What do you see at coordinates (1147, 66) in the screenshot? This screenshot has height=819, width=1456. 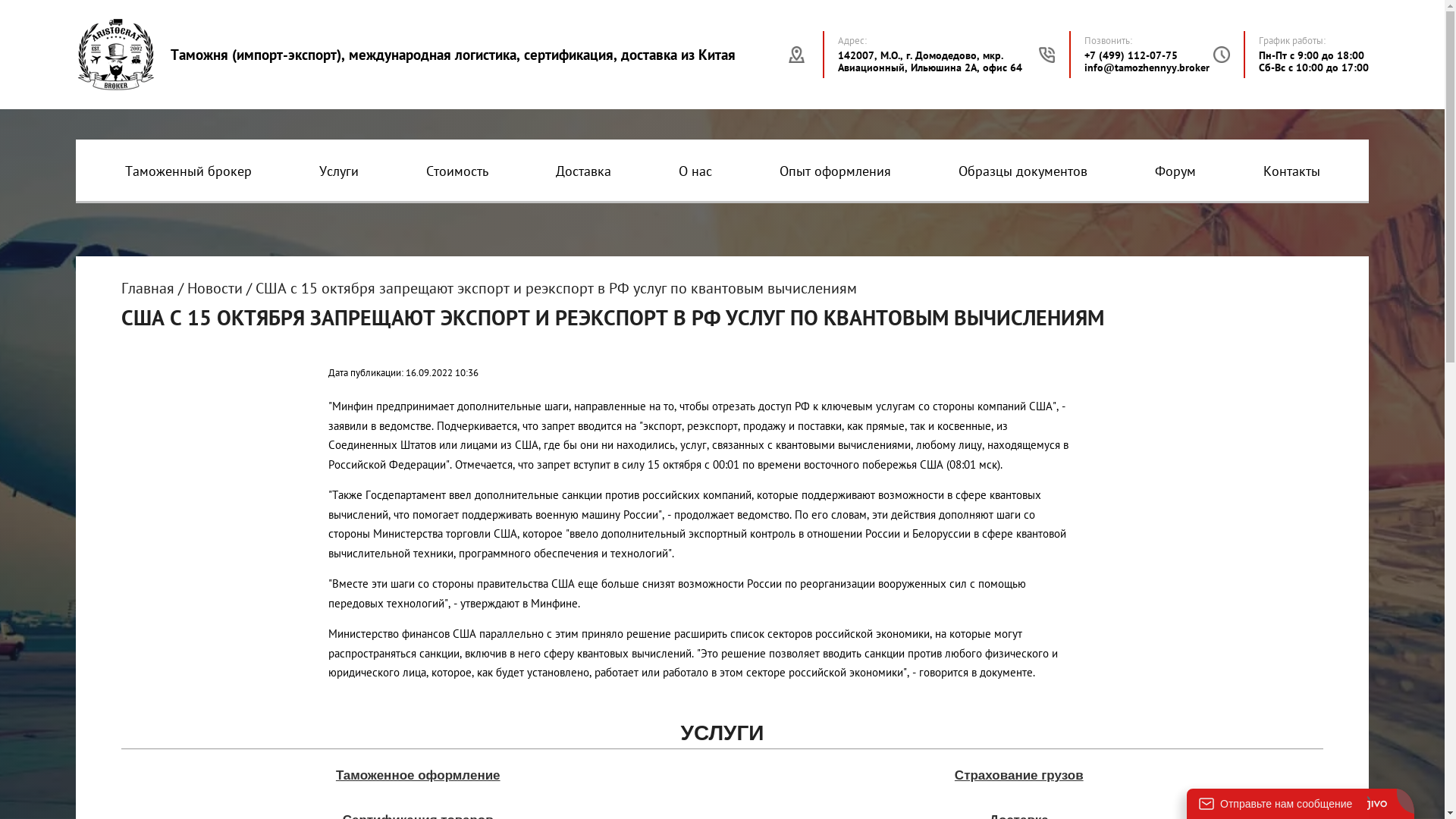 I see `'info@tamozhennyy.broker'` at bounding box center [1147, 66].